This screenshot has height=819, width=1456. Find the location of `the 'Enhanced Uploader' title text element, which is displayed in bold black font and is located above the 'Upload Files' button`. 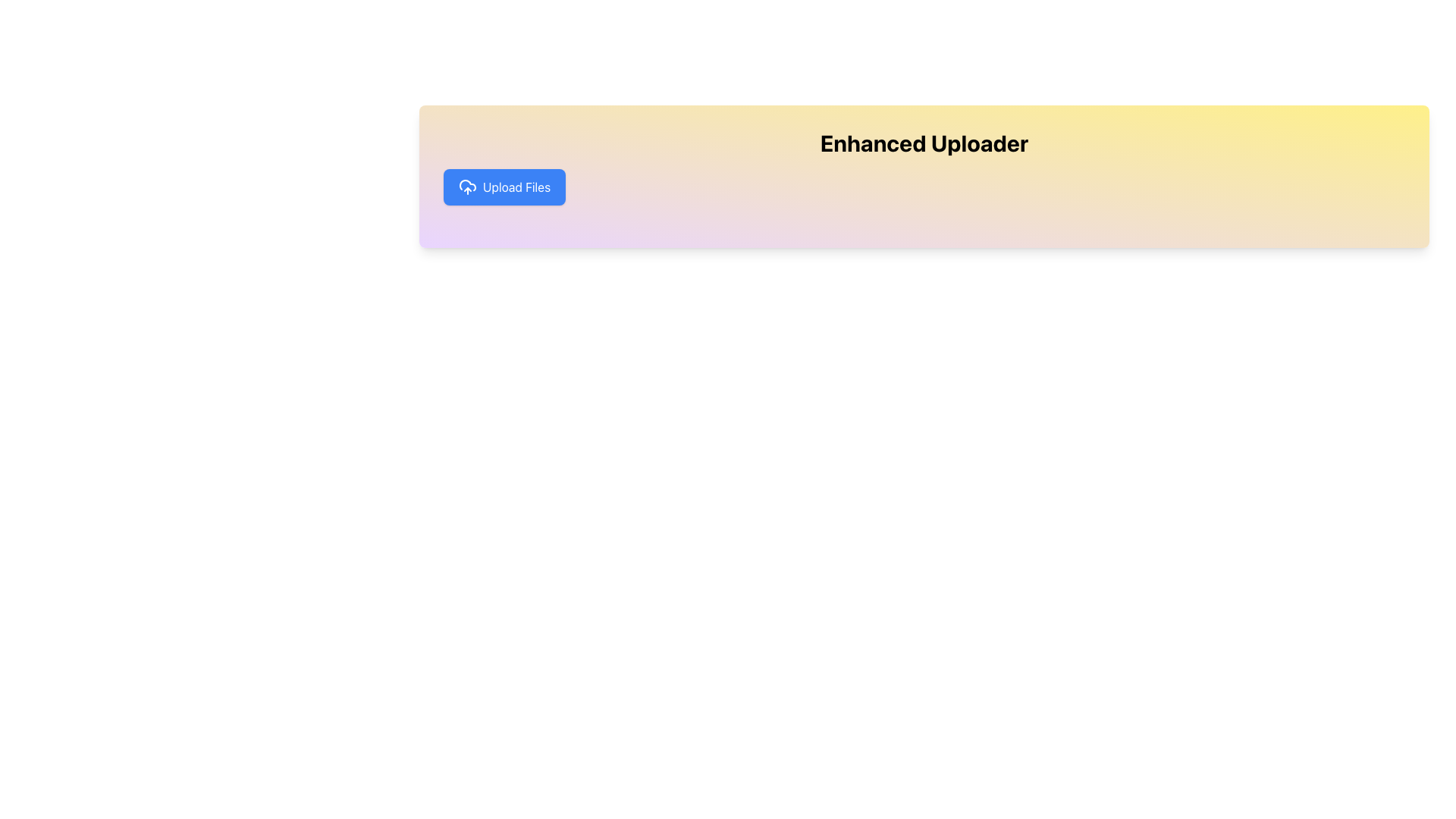

the 'Enhanced Uploader' title text element, which is displayed in bold black font and is located above the 'Upload Files' button is located at coordinates (924, 143).